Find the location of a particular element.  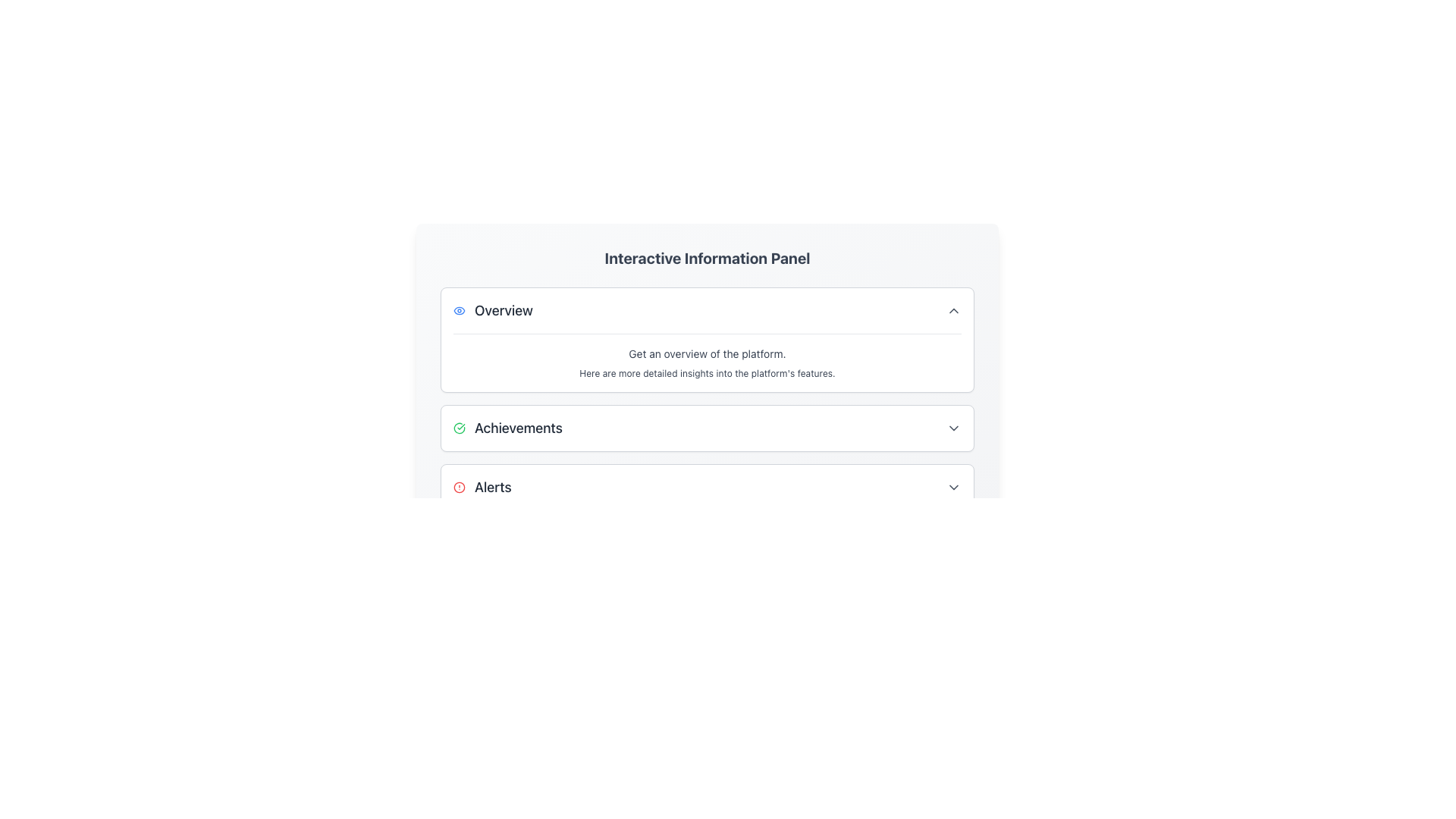

text label that serves as the title for the 'Alerts' section, positioned below 'Overview' and 'Achievements' is located at coordinates (493, 488).